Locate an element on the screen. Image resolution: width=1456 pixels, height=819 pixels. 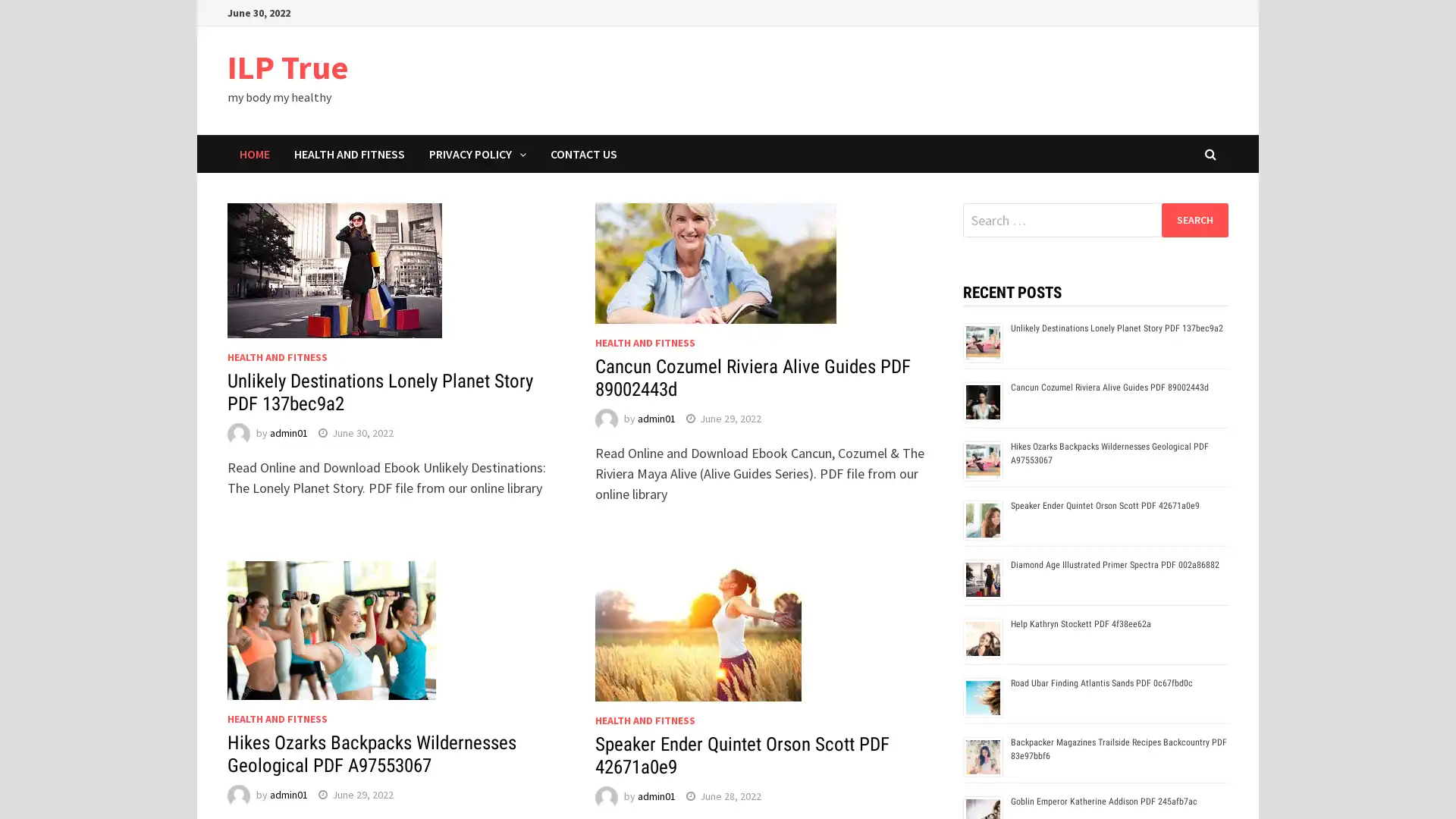
Search is located at coordinates (1194, 219).